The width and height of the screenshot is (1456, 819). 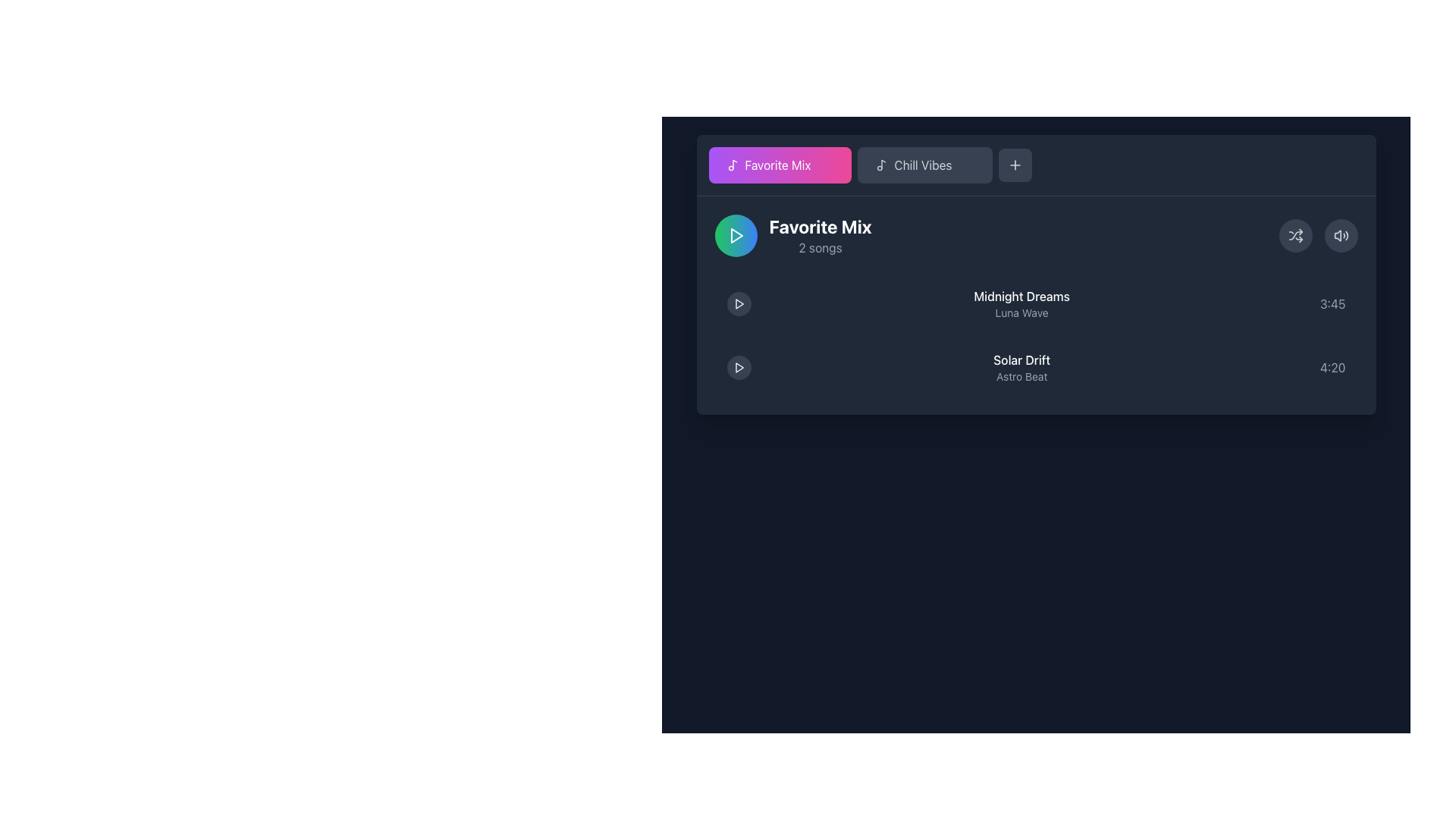 I want to click on the circular button located in the top-left corner of the 'Favorite Mix 2 songs' section, so click(x=736, y=236).